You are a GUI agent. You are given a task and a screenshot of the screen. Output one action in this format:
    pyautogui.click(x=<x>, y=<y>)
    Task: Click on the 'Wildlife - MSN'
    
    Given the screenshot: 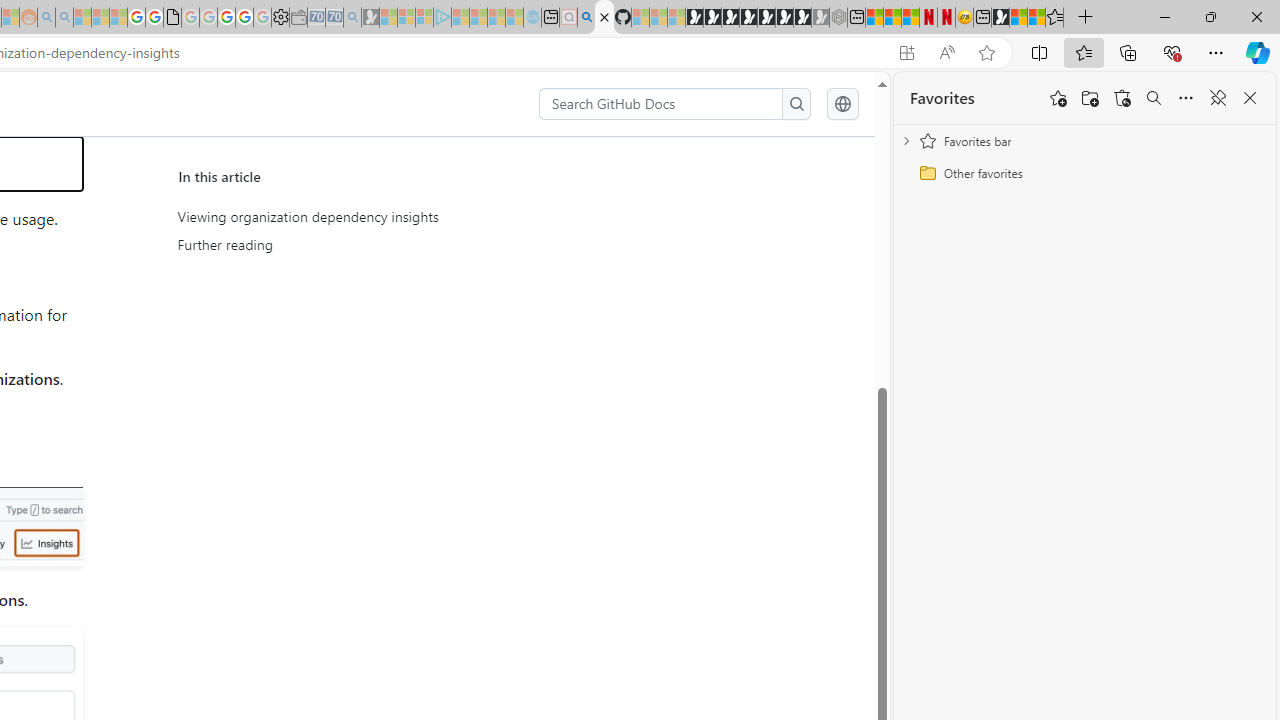 What is the action you would take?
    pyautogui.click(x=1018, y=17)
    